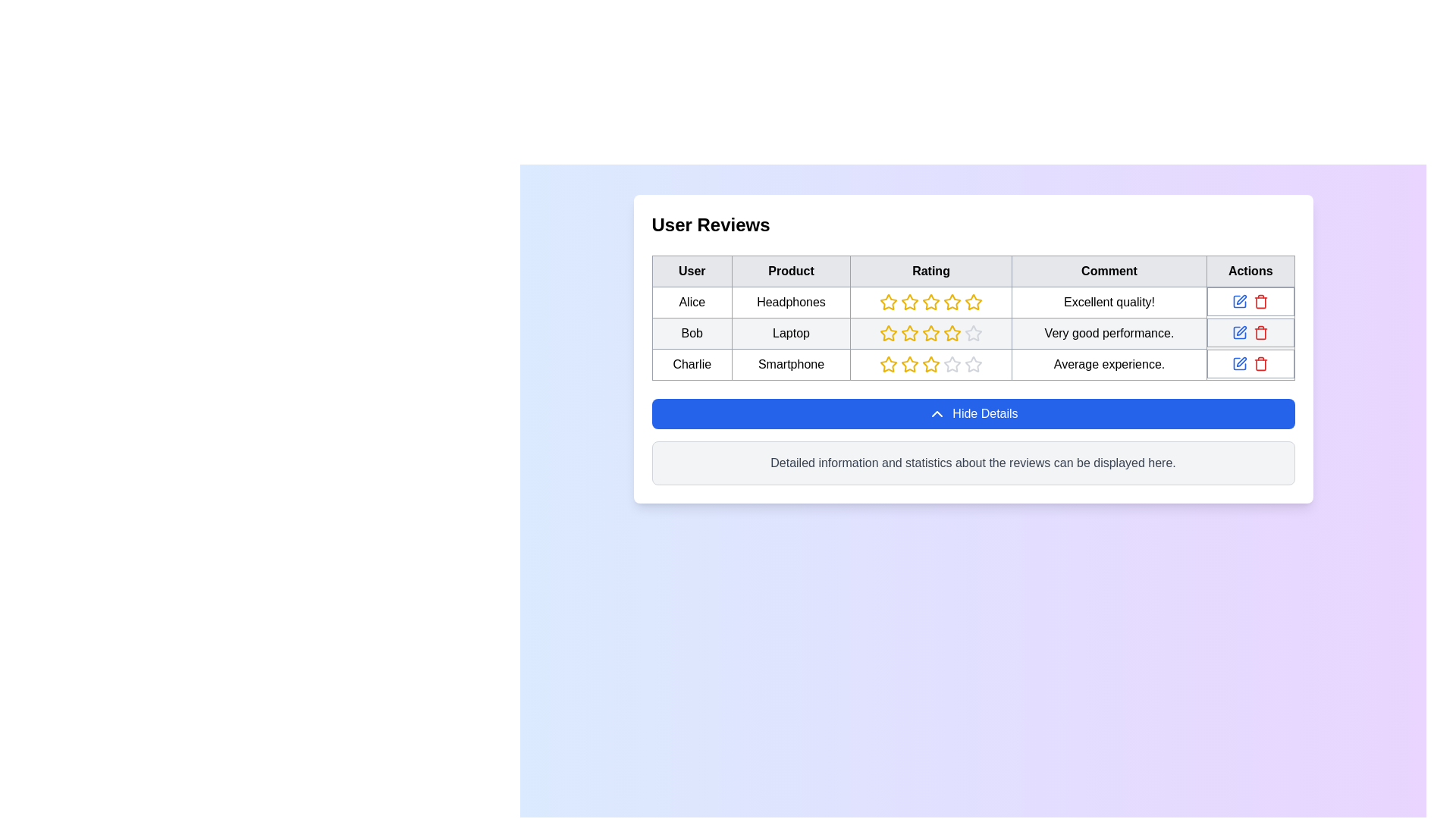 The height and width of the screenshot is (819, 1456). What do you see at coordinates (1240, 363) in the screenshot?
I see `the clickable icon/button in the 'Actions' column of the 'User Reviews' table for the review by 'Charlie'` at bounding box center [1240, 363].